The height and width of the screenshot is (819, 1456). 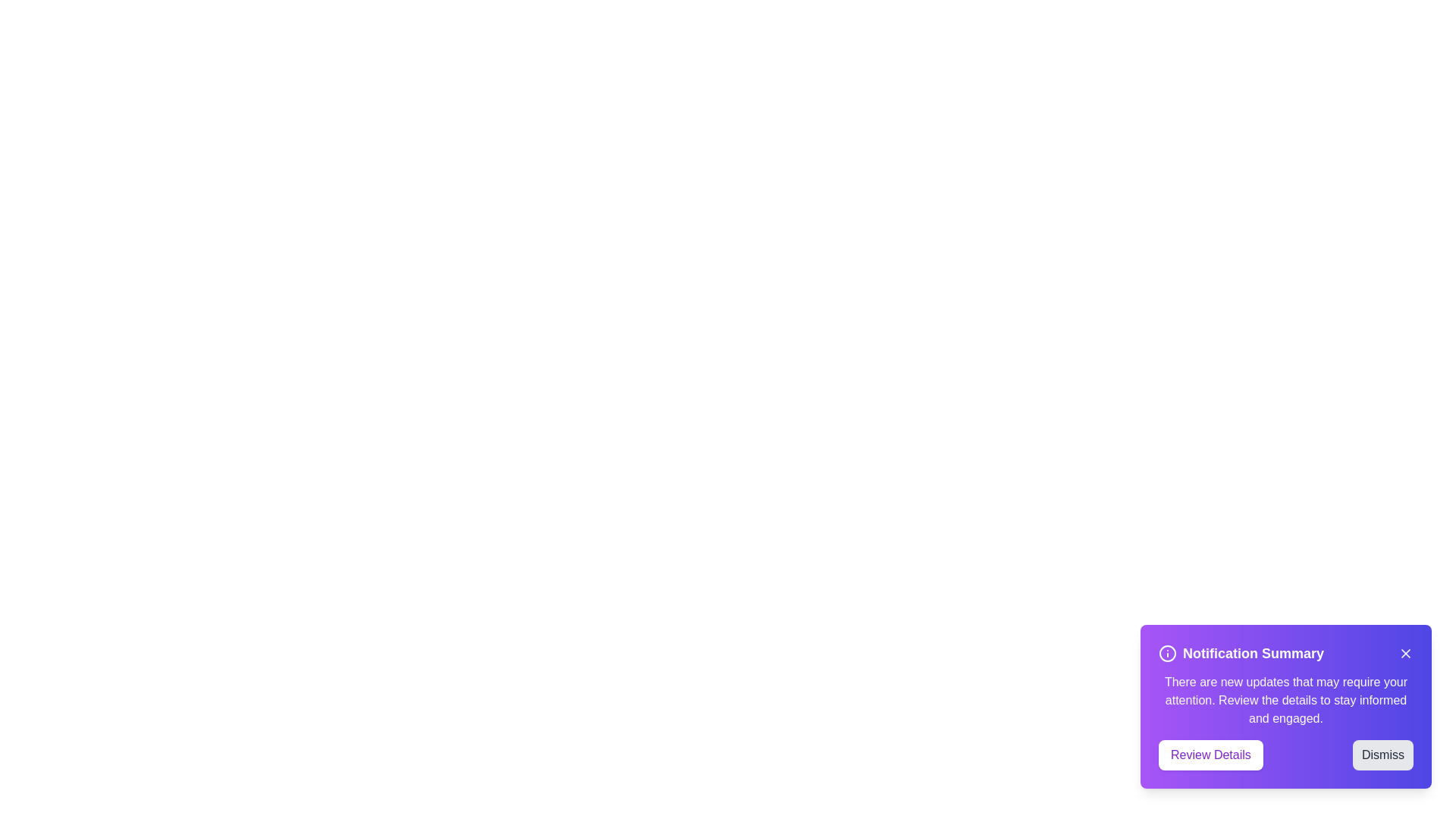 I want to click on 'Review Details' button to view additional information, so click(x=1210, y=755).